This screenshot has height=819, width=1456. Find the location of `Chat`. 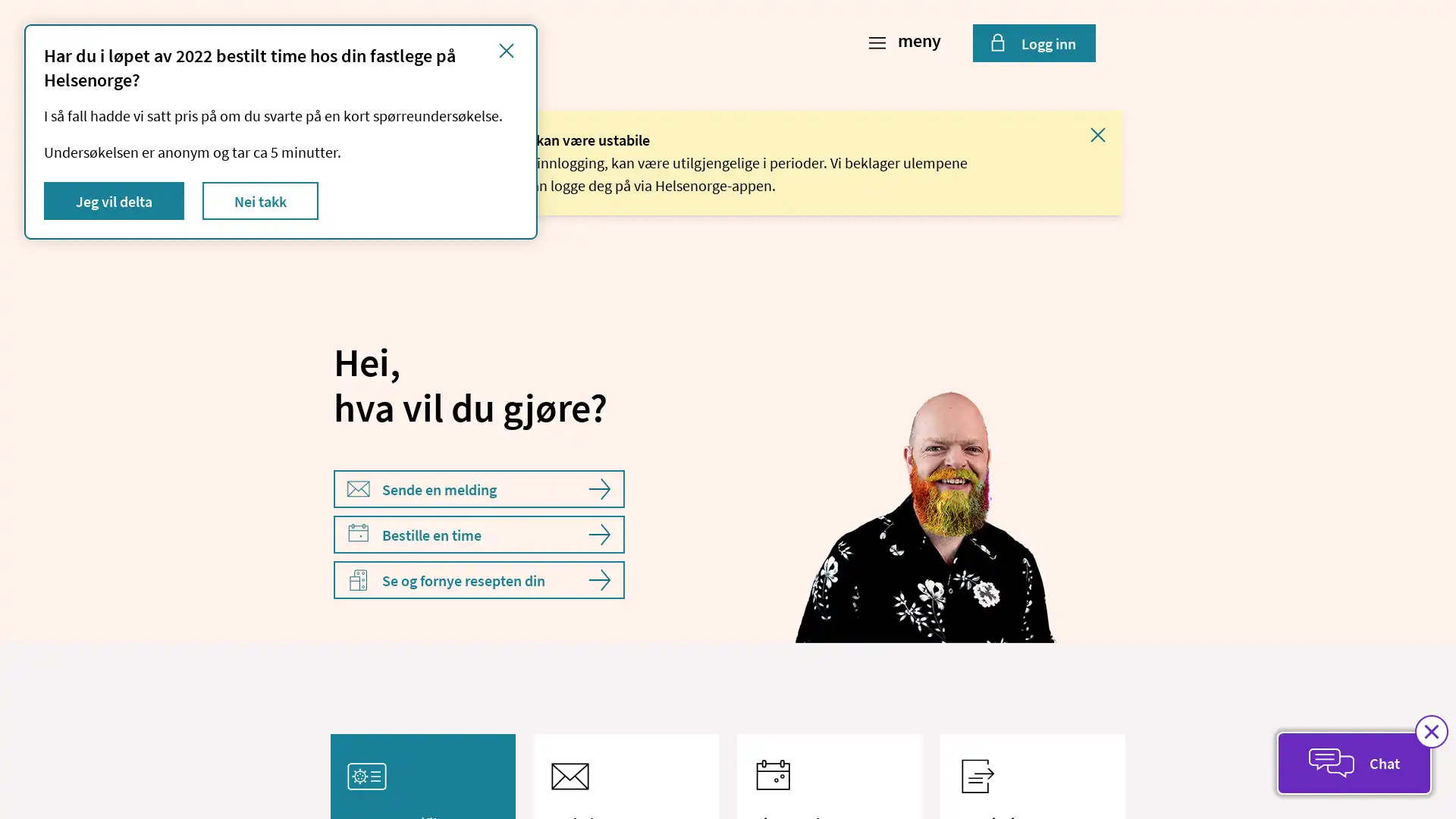

Chat is located at coordinates (1354, 763).